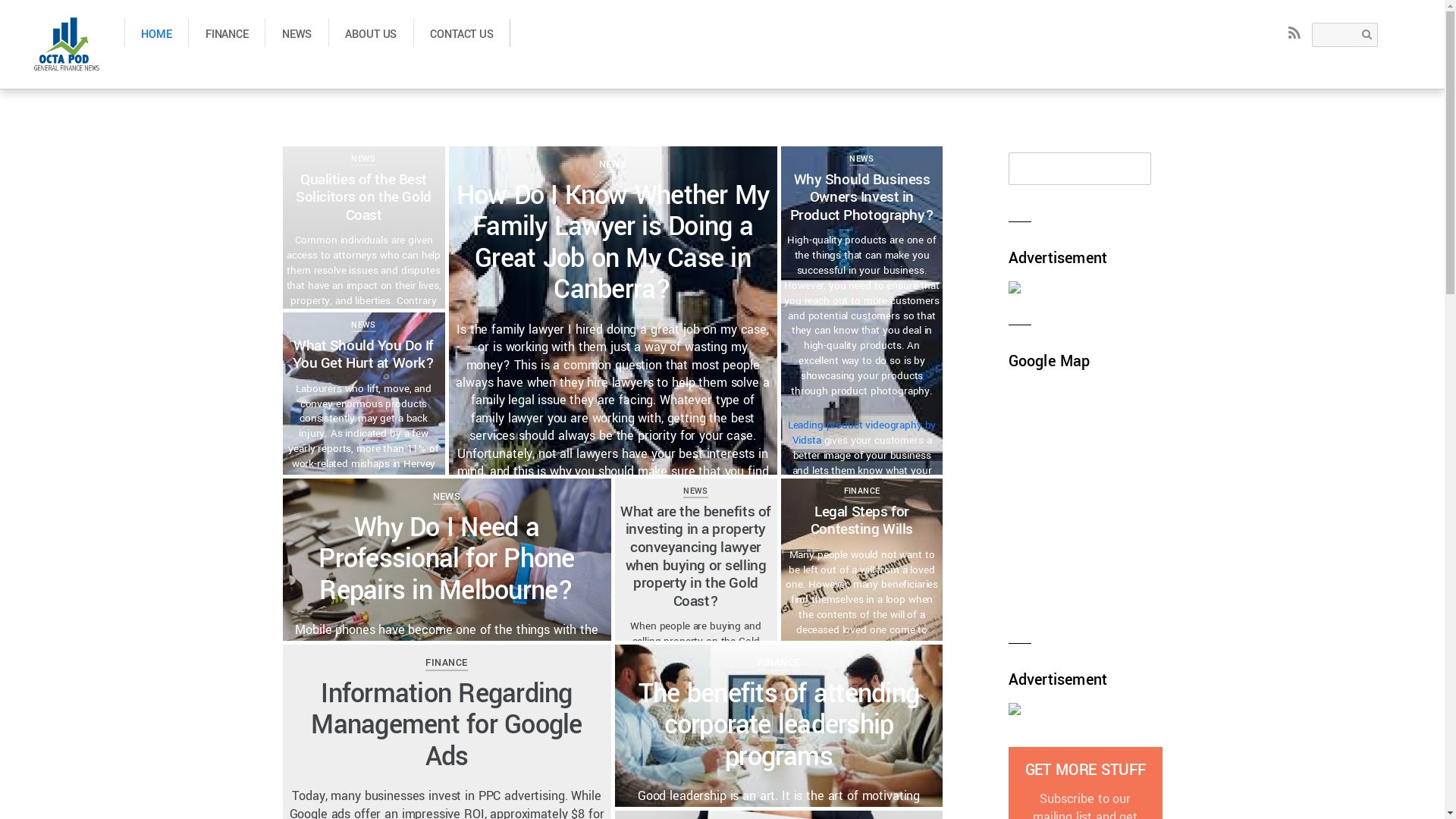  I want to click on 'The benefits of attending corporate leadership programs', so click(638, 724).